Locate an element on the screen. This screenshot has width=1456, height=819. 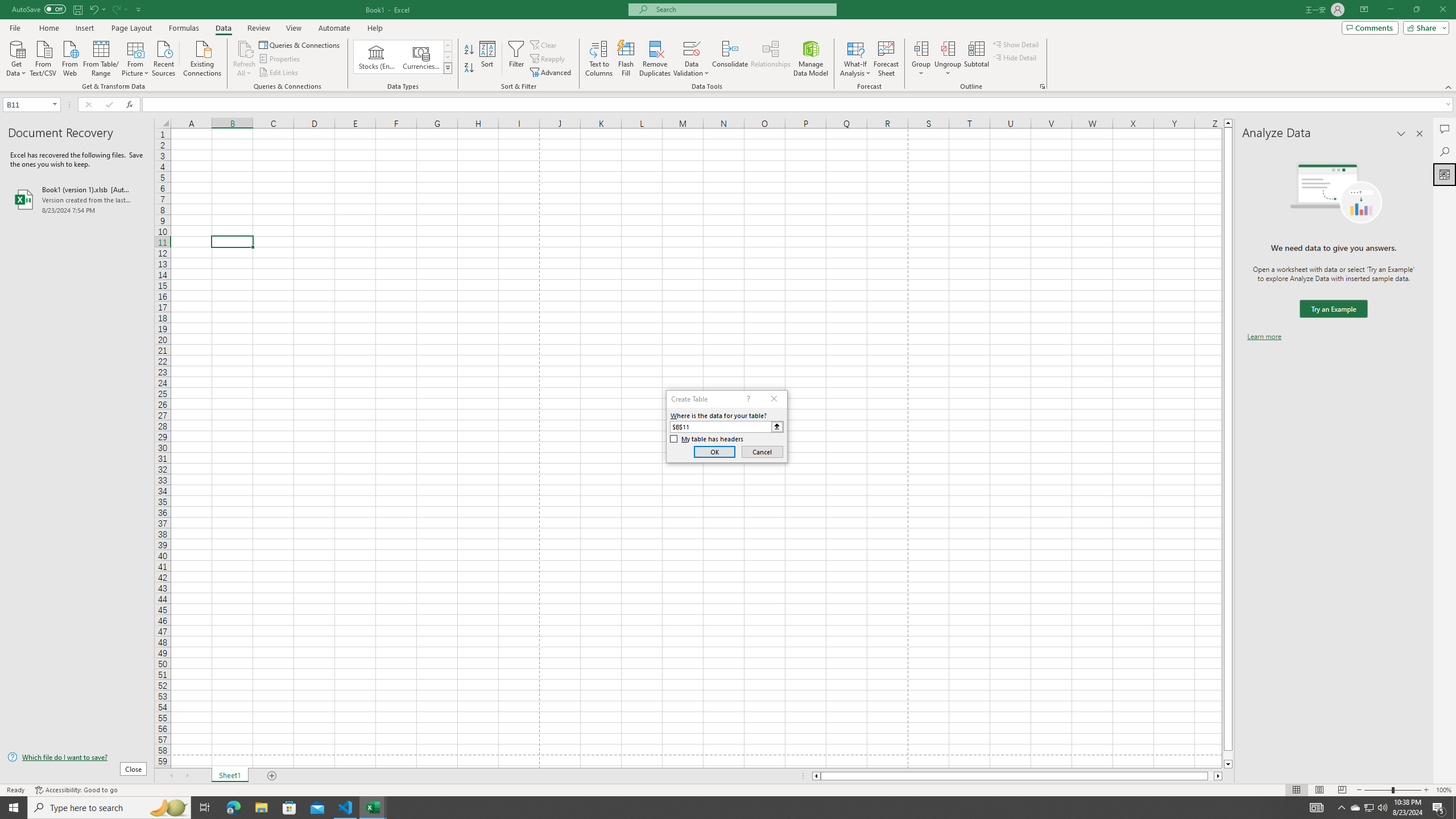
'Sort Z to A' is located at coordinates (469, 67).